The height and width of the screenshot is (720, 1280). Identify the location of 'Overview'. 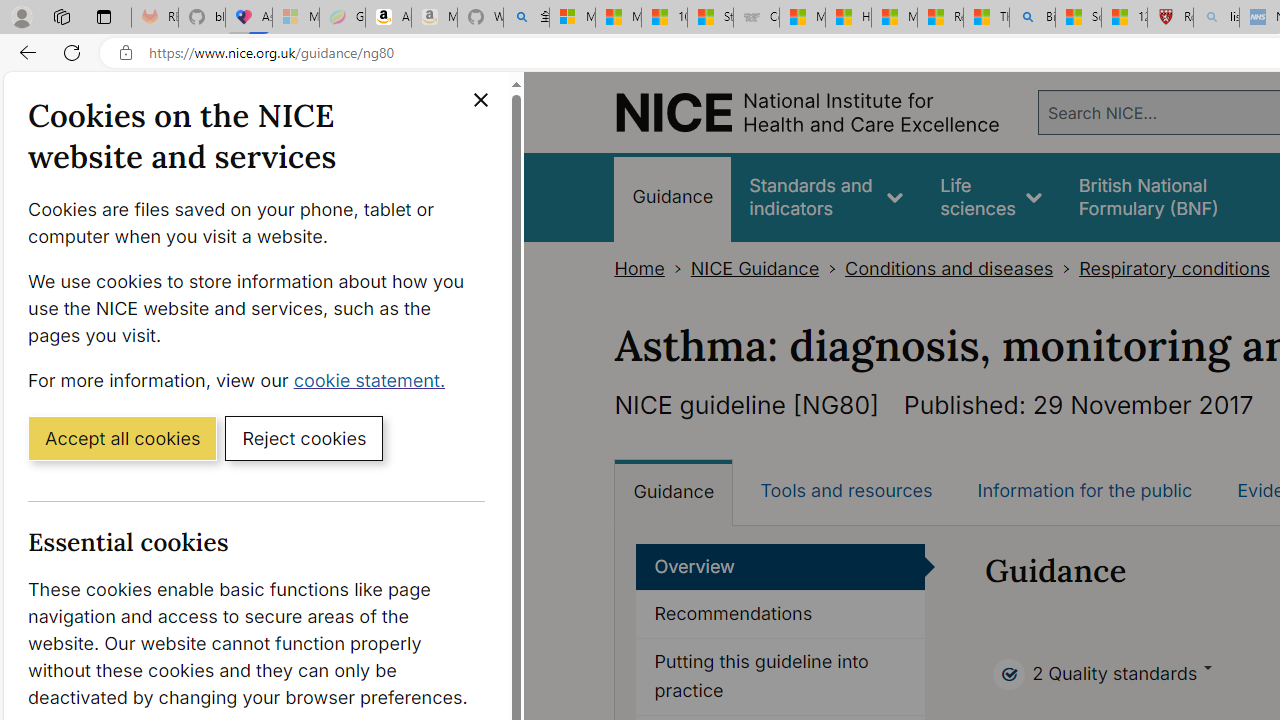
(780, 567).